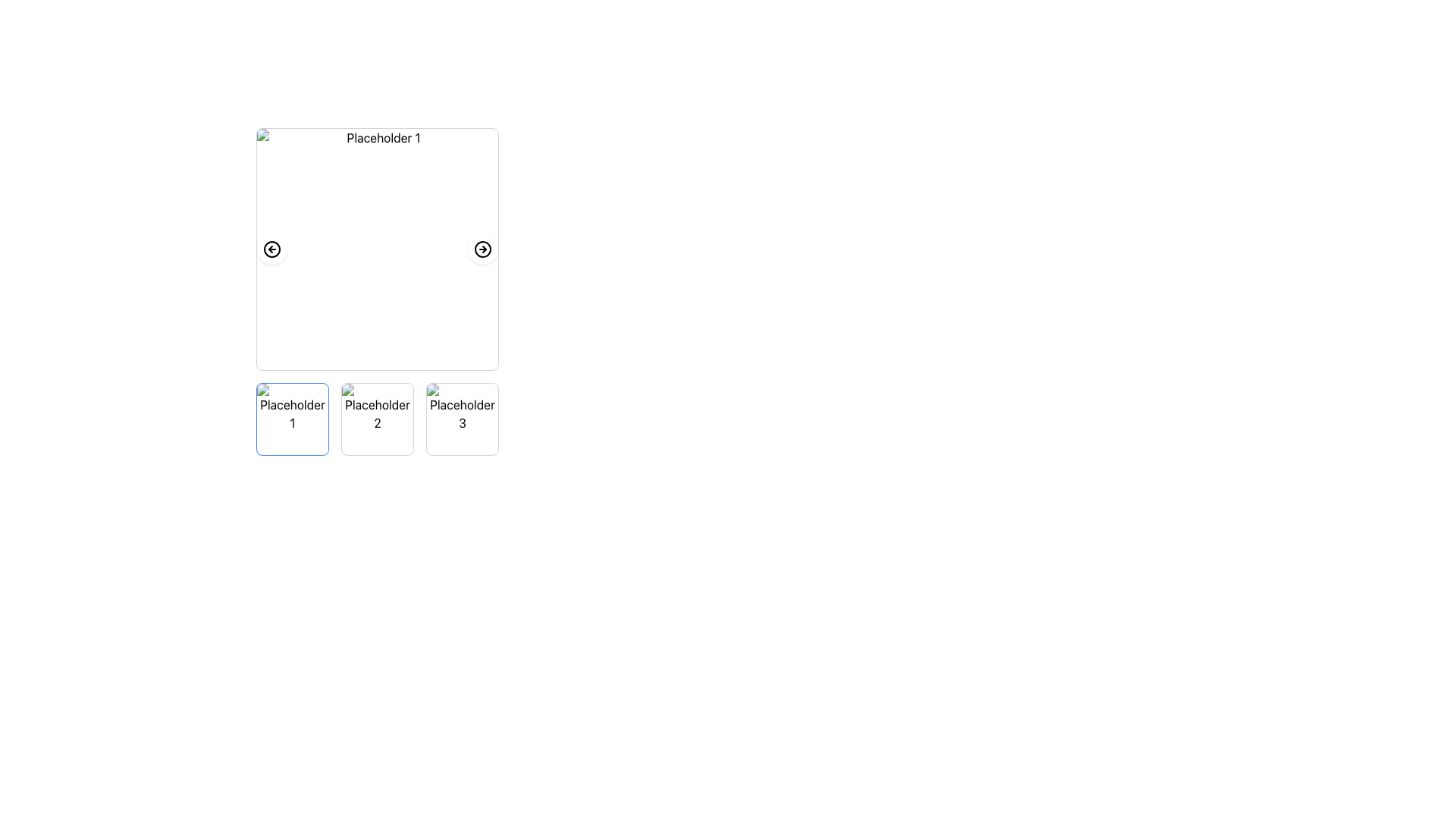 The width and height of the screenshot is (1456, 819). What do you see at coordinates (272, 248) in the screenshot?
I see `the circular button with a white background and black inward-pointing left arrow, located to the left of the item titled 'Placeholder 1'` at bounding box center [272, 248].